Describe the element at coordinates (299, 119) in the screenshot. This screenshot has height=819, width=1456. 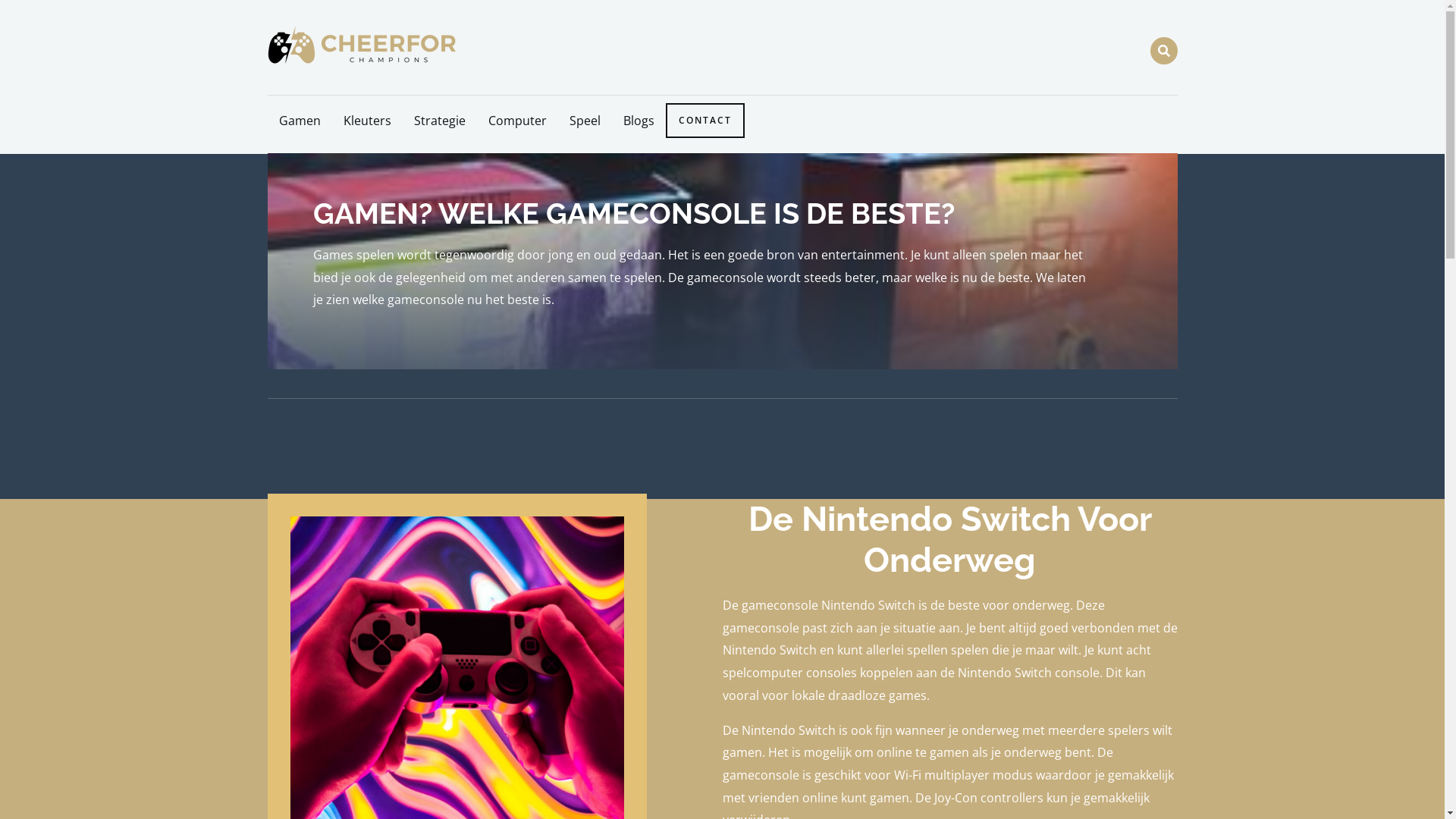
I see `'Gamen'` at that location.